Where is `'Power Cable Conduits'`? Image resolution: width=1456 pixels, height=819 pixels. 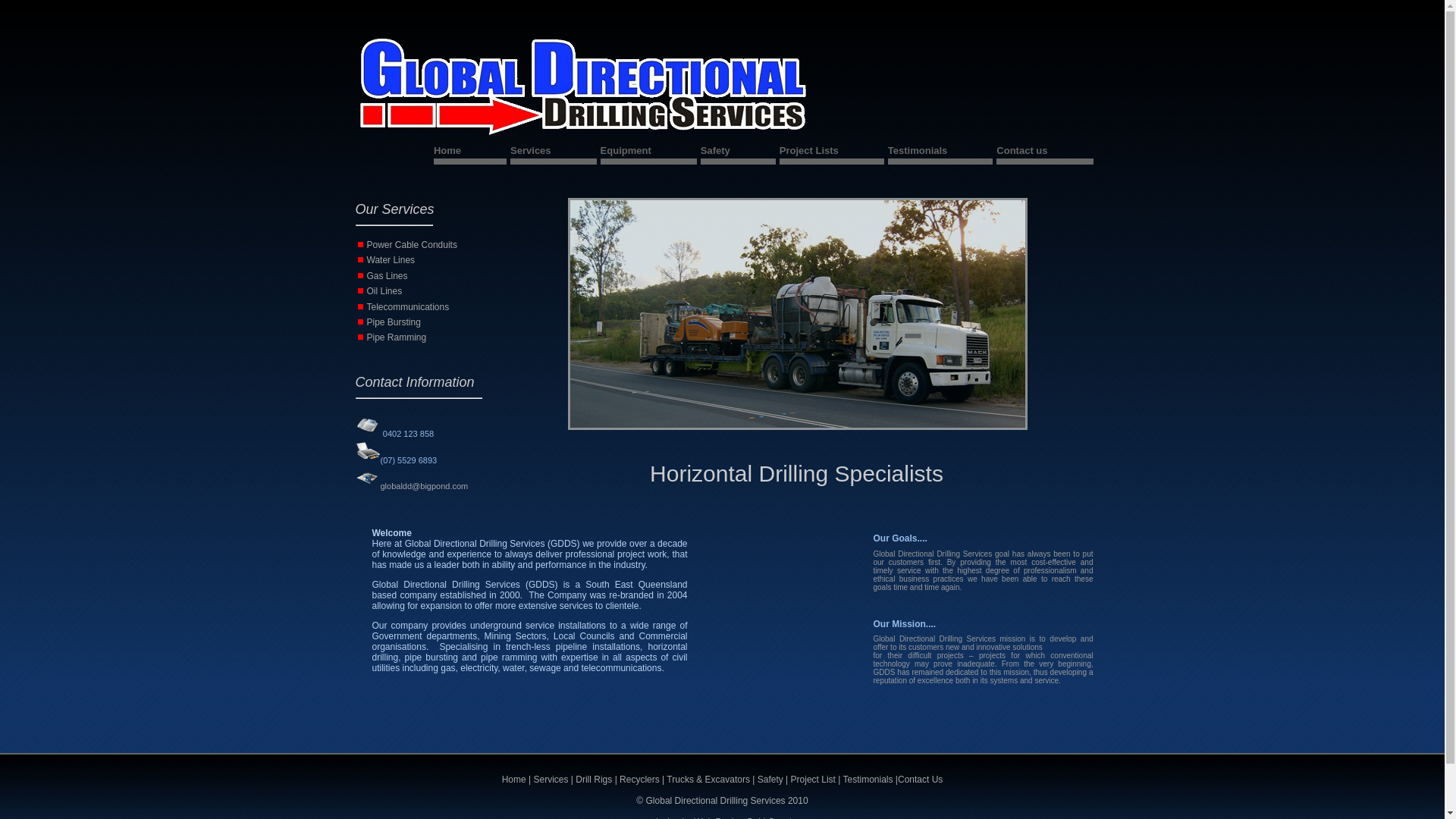 'Power Cable Conduits' is located at coordinates (412, 244).